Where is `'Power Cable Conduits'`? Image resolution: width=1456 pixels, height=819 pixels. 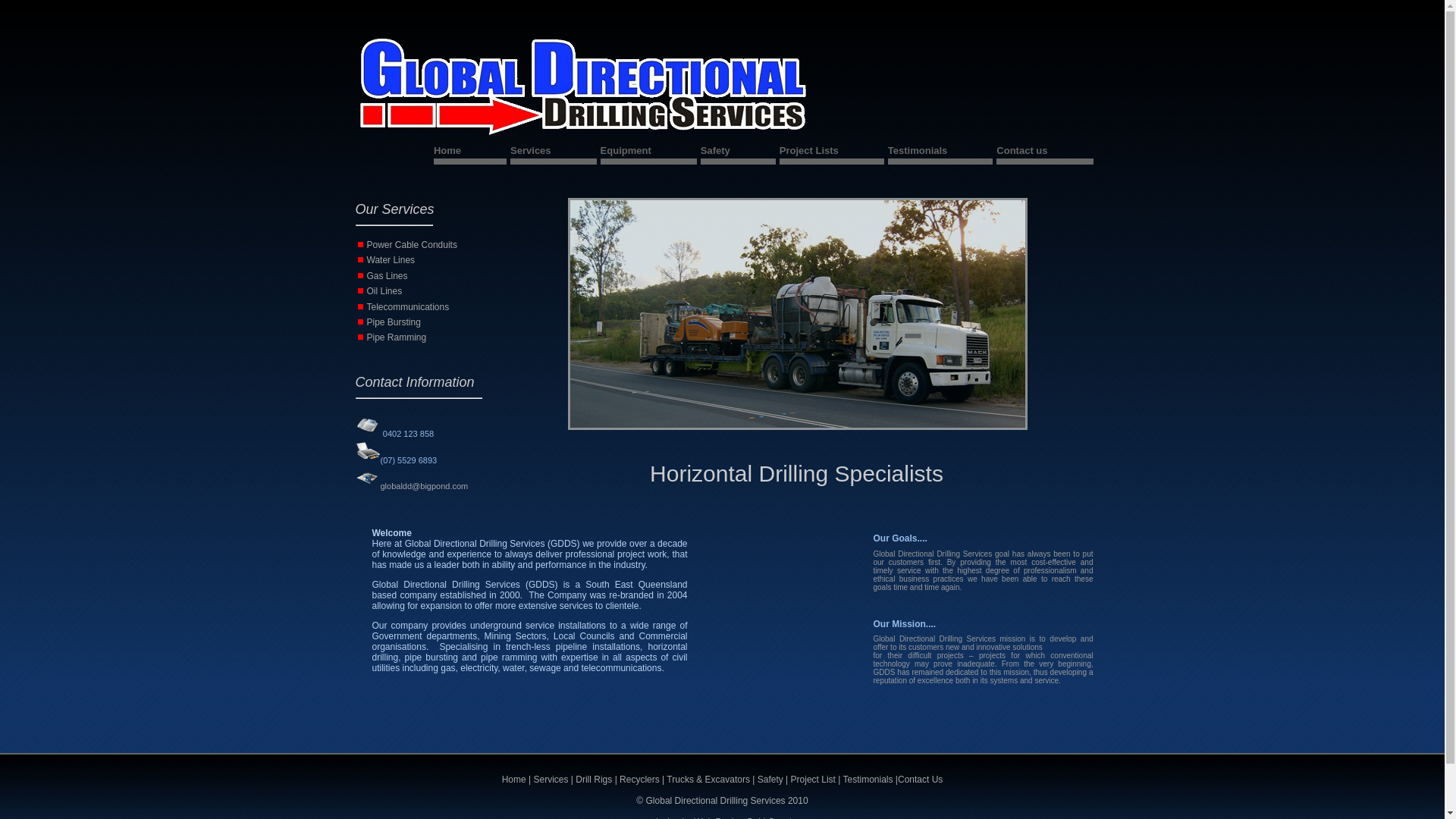 'Power Cable Conduits' is located at coordinates (412, 244).